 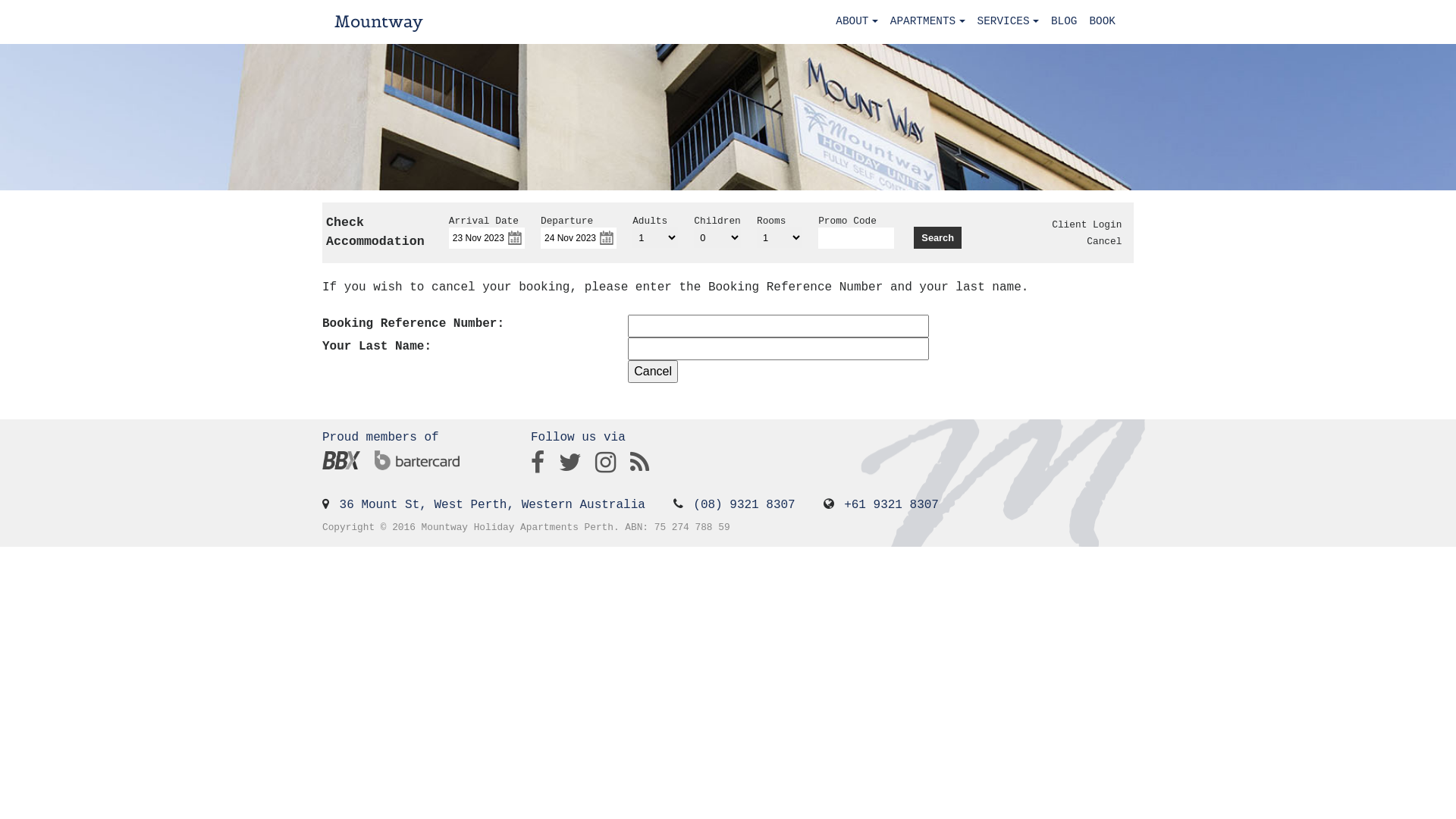 What do you see at coordinates (1102, 22) in the screenshot?
I see `'BOOK'` at bounding box center [1102, 22].